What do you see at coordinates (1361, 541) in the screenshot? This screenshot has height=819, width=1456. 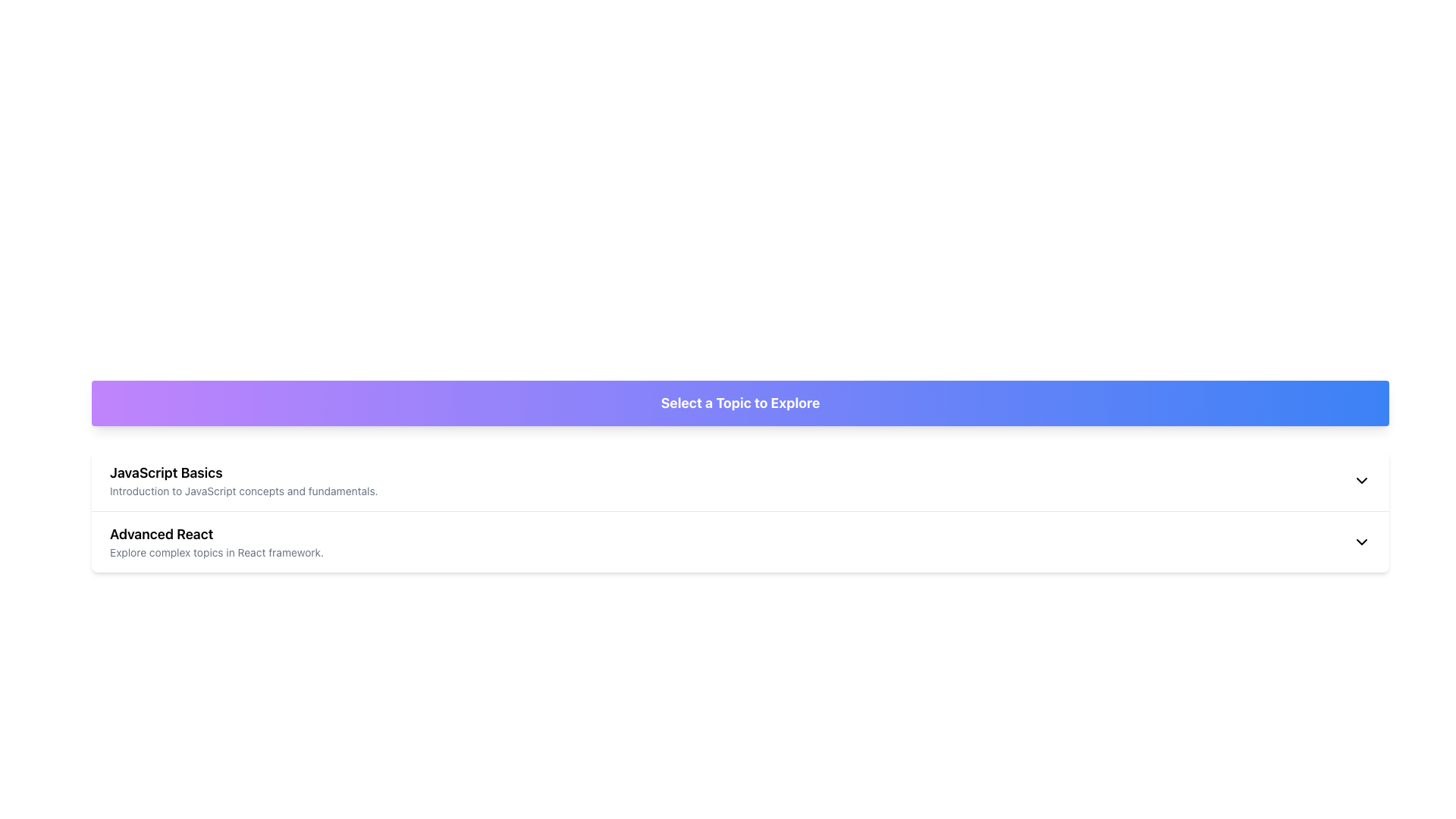 I see `the chevron-down icon indicating a dropdown within the 'Advanced React' section, located to the far-right of the section, next to the text 'Explore complex topics in React framework.'` at bounding box center [1361, 541].